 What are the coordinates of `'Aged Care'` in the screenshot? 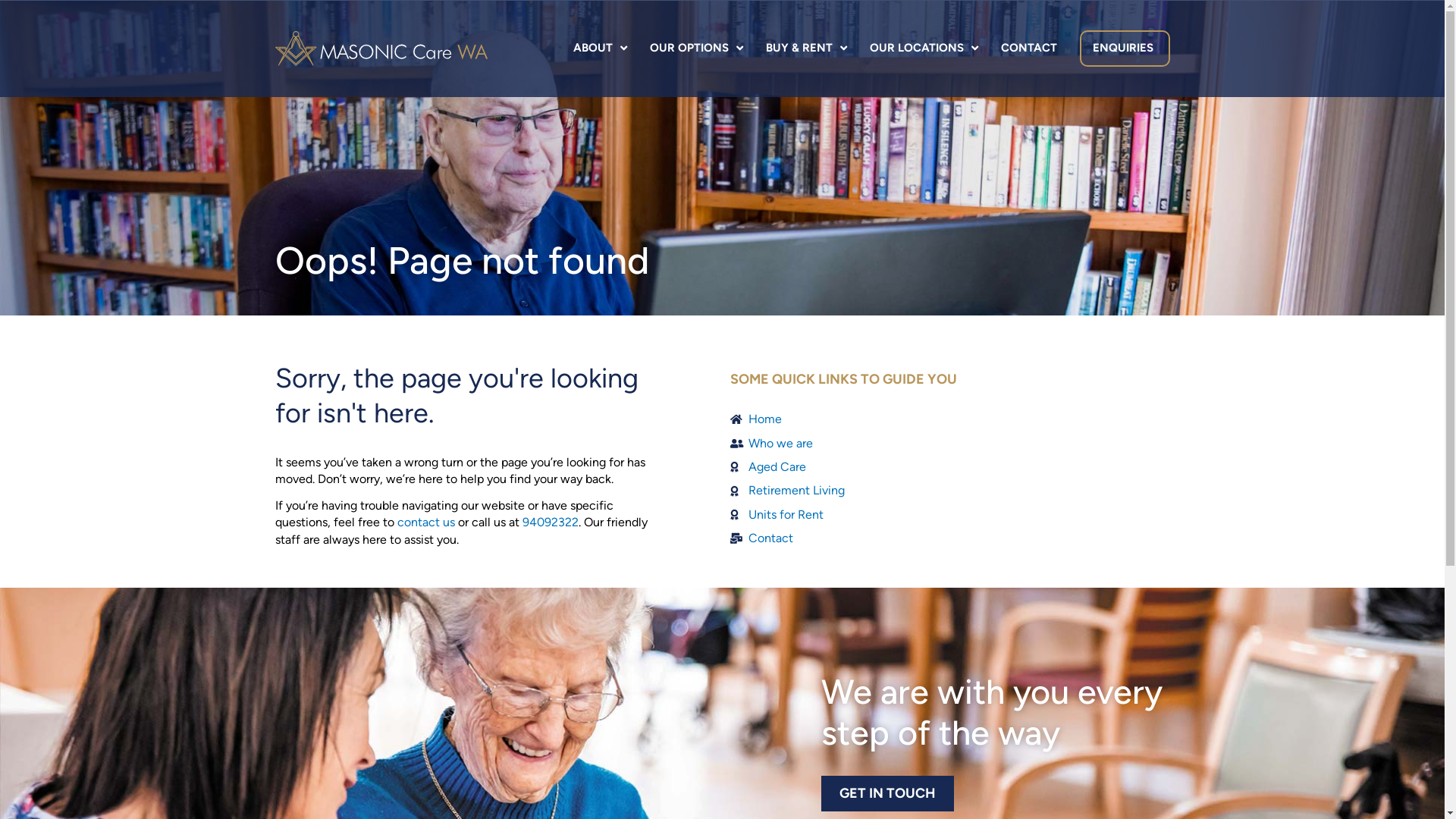 It's located at (949, 466).